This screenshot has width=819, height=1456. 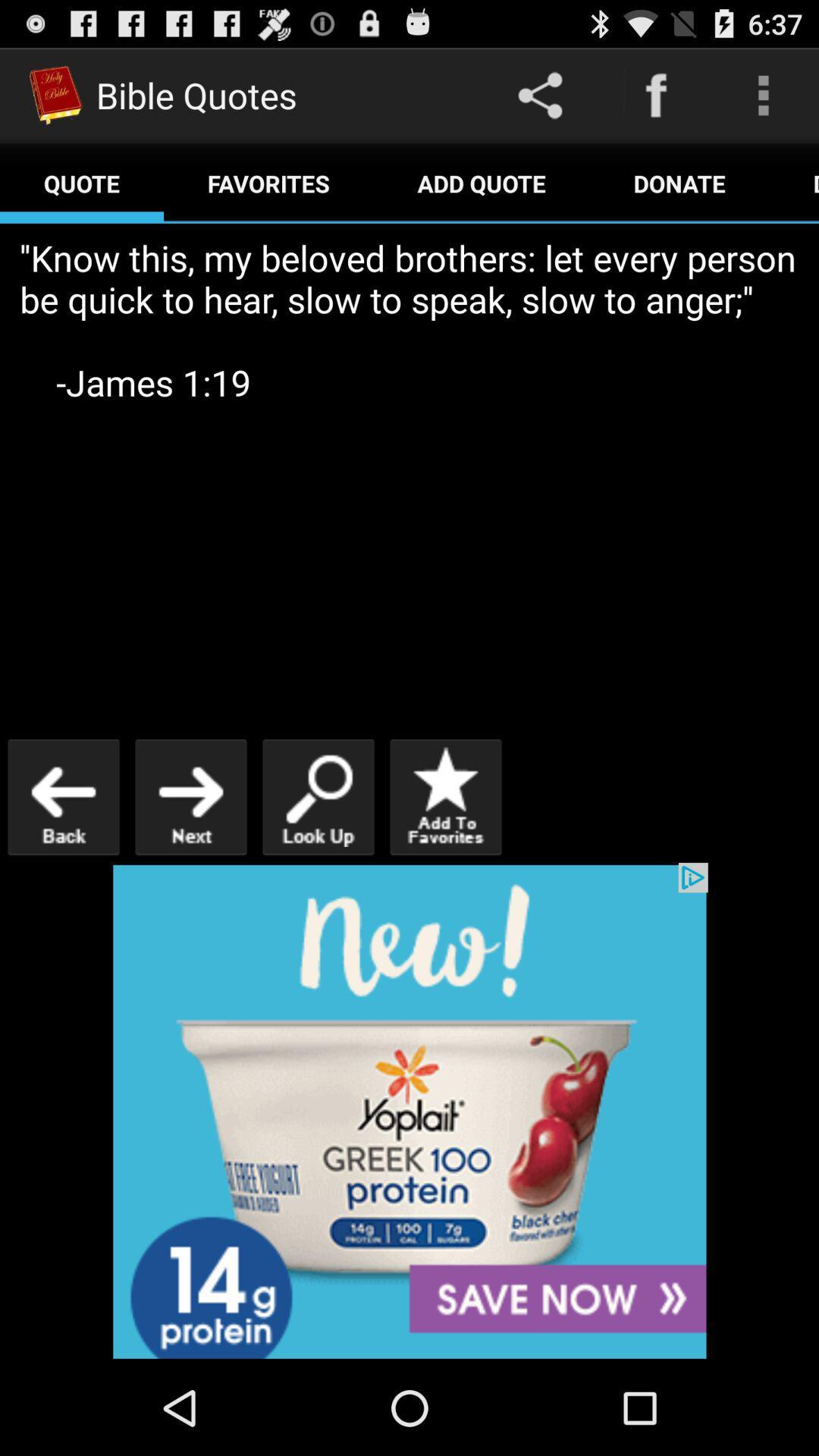 I want to click on favorite, so click(x=444, y=796).